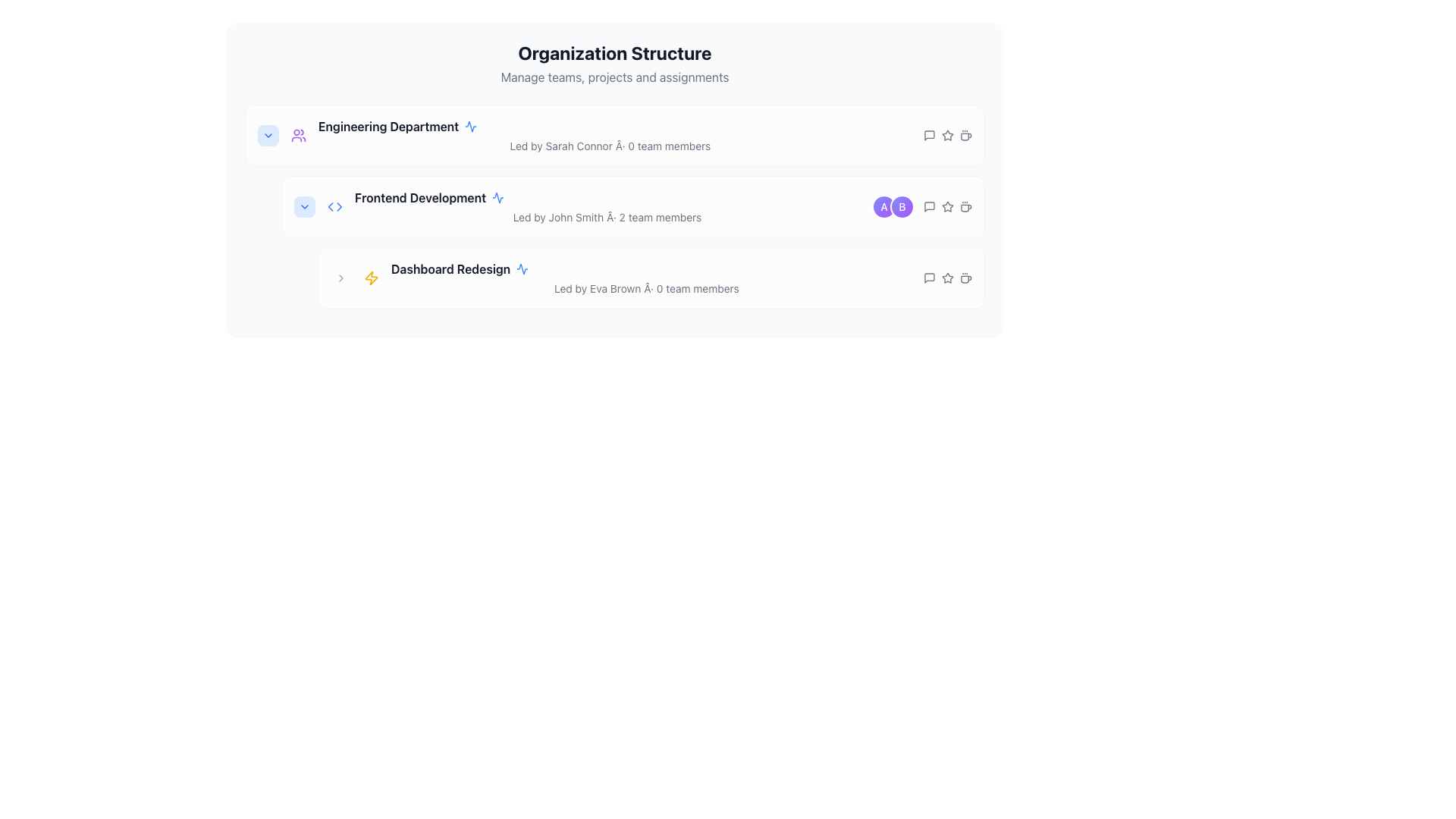 The height and width of the screenshot is (819, 1456). What do you see at coordinates (338, 207) in the screenshot?
I see `the SVG graphical component indicating interactivity for the 'Frontend Development' section, located in the left region of the second group` at bounding box center [338, 207].